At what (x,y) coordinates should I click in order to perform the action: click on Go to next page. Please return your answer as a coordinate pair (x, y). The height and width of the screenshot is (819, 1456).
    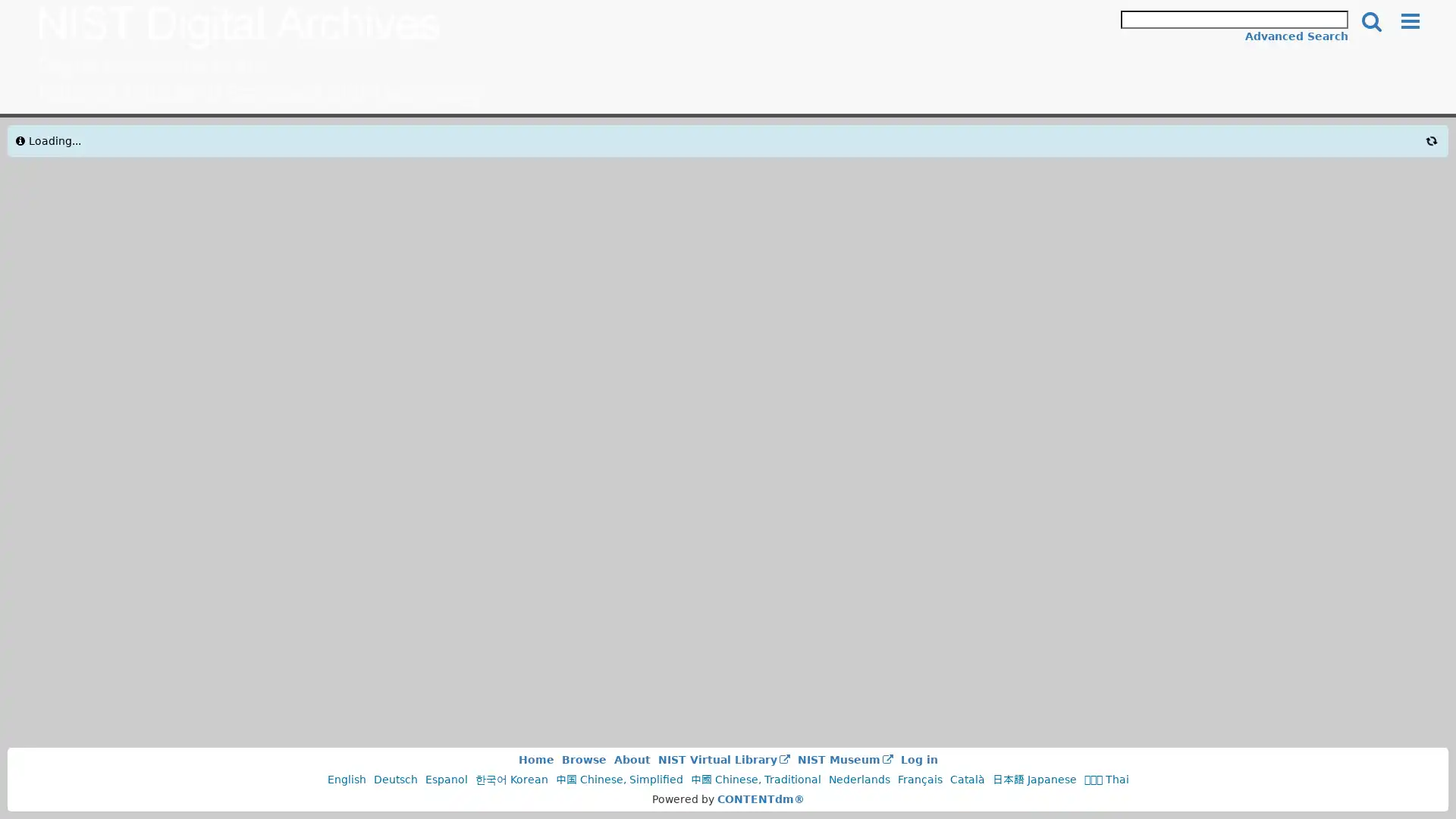
    Looking at the image, I should click on (1012, 265).